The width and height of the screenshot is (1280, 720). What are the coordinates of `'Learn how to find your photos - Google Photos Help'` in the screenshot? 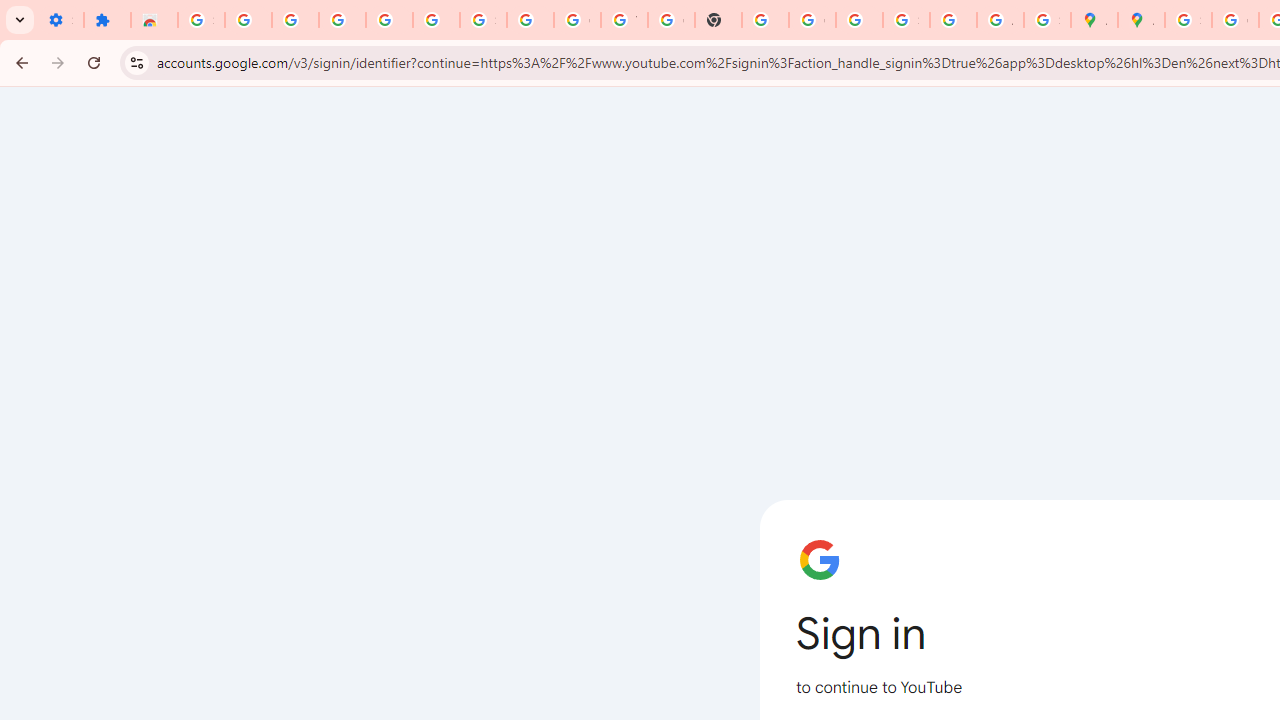 It's located at (389, 20).